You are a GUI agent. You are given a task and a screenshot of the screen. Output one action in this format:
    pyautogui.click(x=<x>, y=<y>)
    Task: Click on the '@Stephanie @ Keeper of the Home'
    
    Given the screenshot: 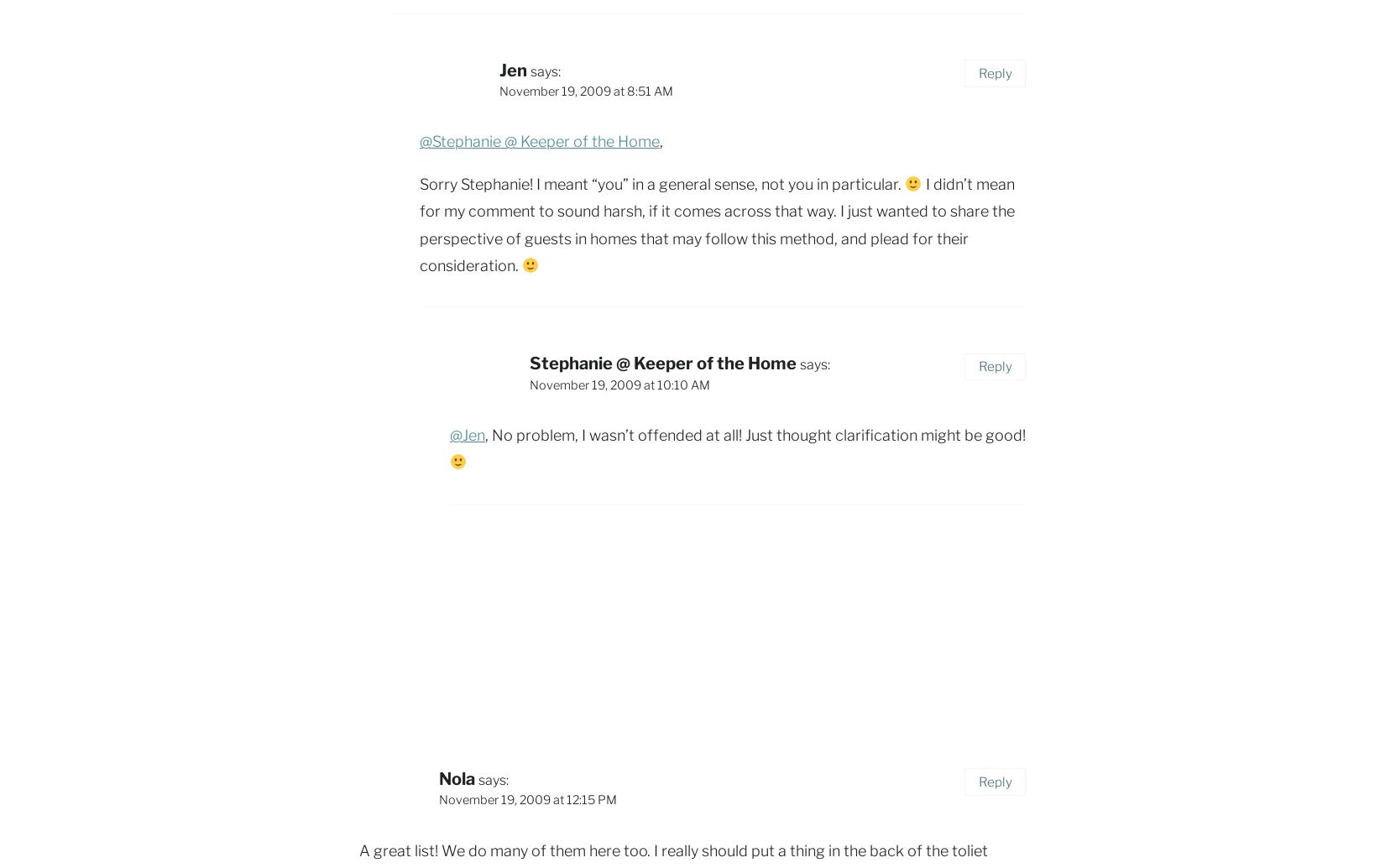 What is the action you would take?
    pyautogui.click(x=539, y=141)
    